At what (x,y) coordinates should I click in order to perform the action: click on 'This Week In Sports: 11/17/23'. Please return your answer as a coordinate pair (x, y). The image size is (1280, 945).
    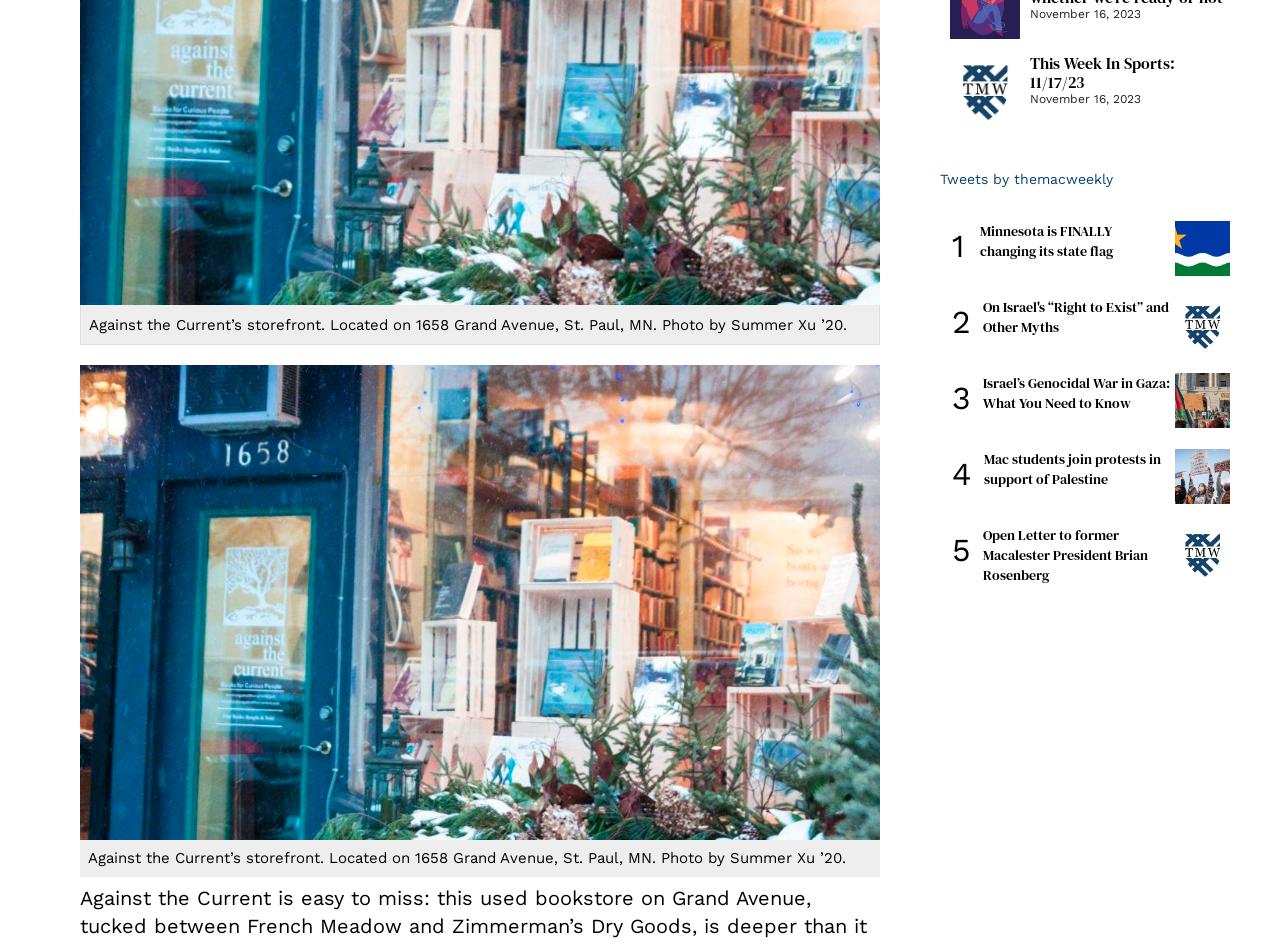
    Looking at the image, I should click on (1030, 70).